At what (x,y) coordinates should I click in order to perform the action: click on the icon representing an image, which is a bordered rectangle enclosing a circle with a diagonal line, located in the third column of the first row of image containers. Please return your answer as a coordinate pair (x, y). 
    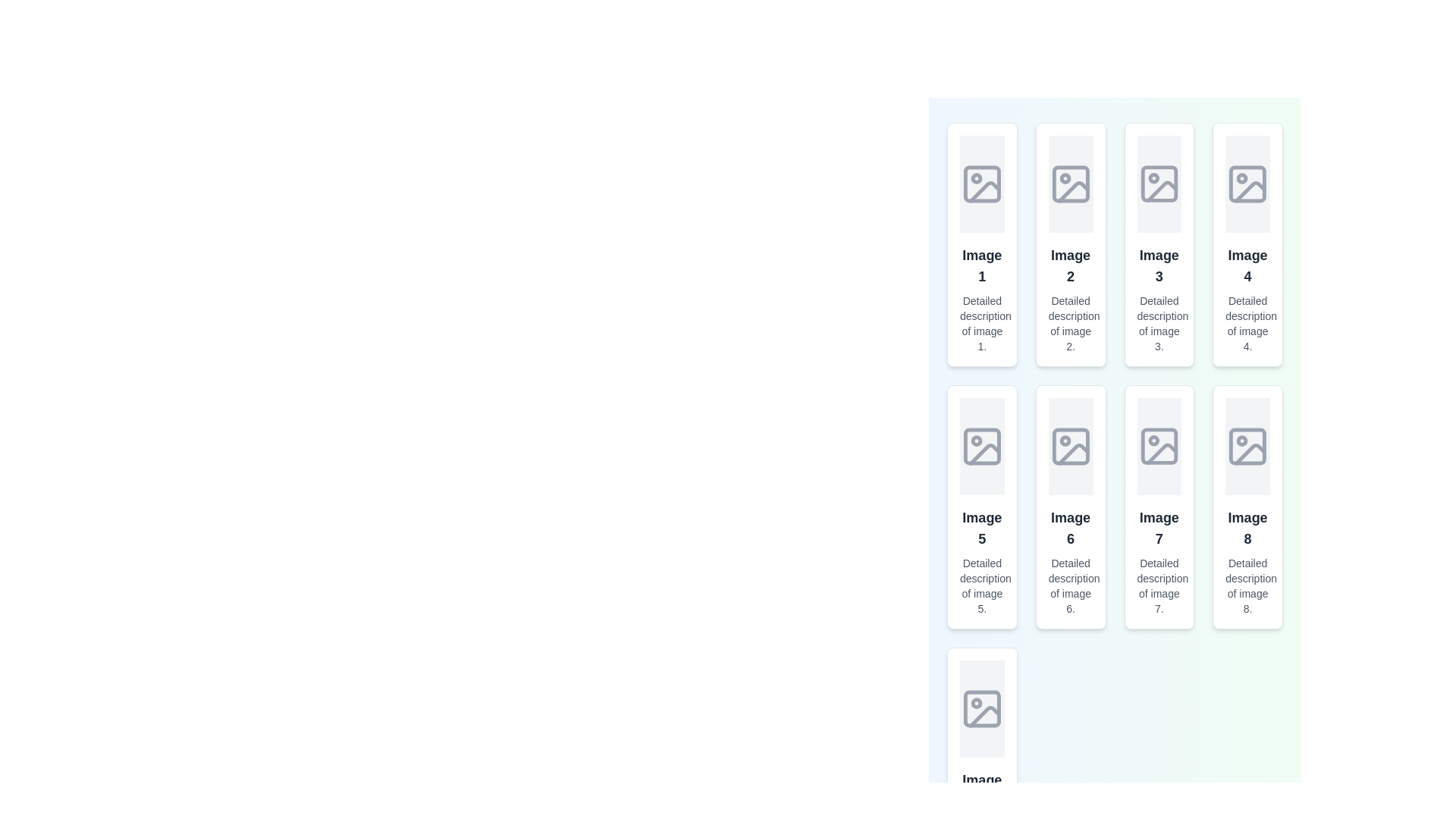
    Looking at the image, I should click on (1158, 184).